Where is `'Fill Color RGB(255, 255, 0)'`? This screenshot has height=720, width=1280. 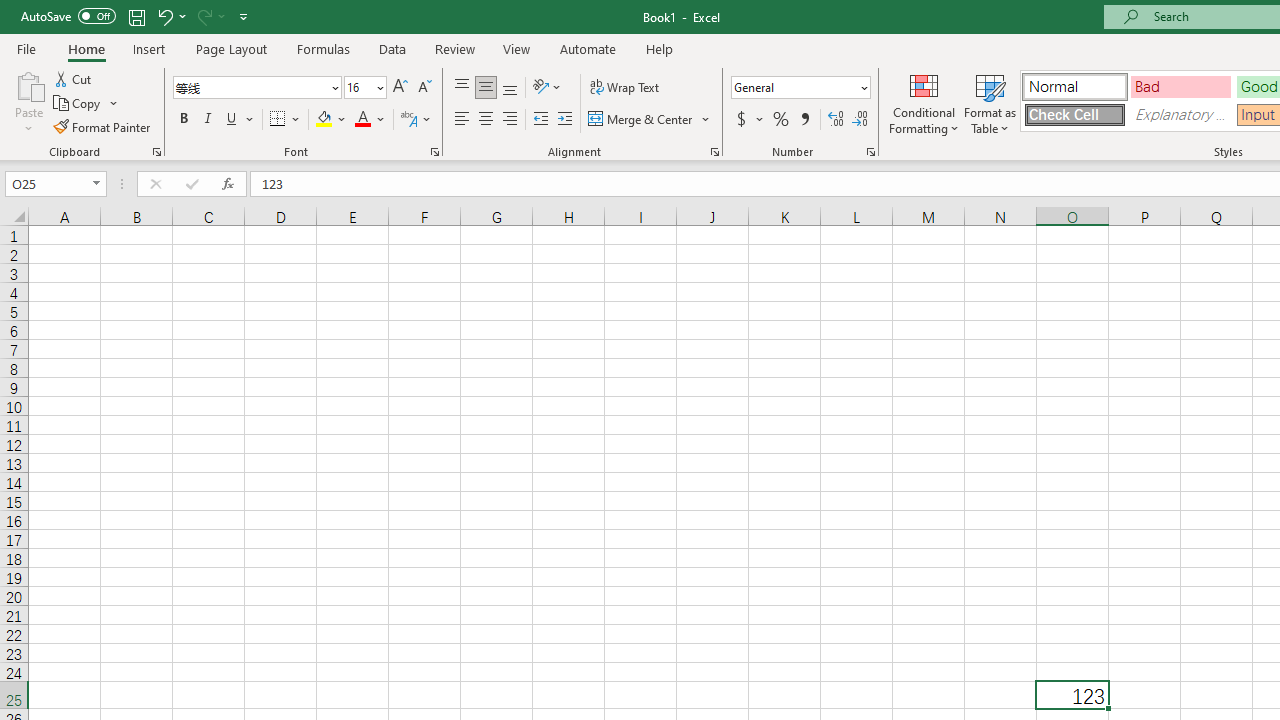
'Fill Color RGB(255, 255, 0)' is located at coordinates (324, 119).